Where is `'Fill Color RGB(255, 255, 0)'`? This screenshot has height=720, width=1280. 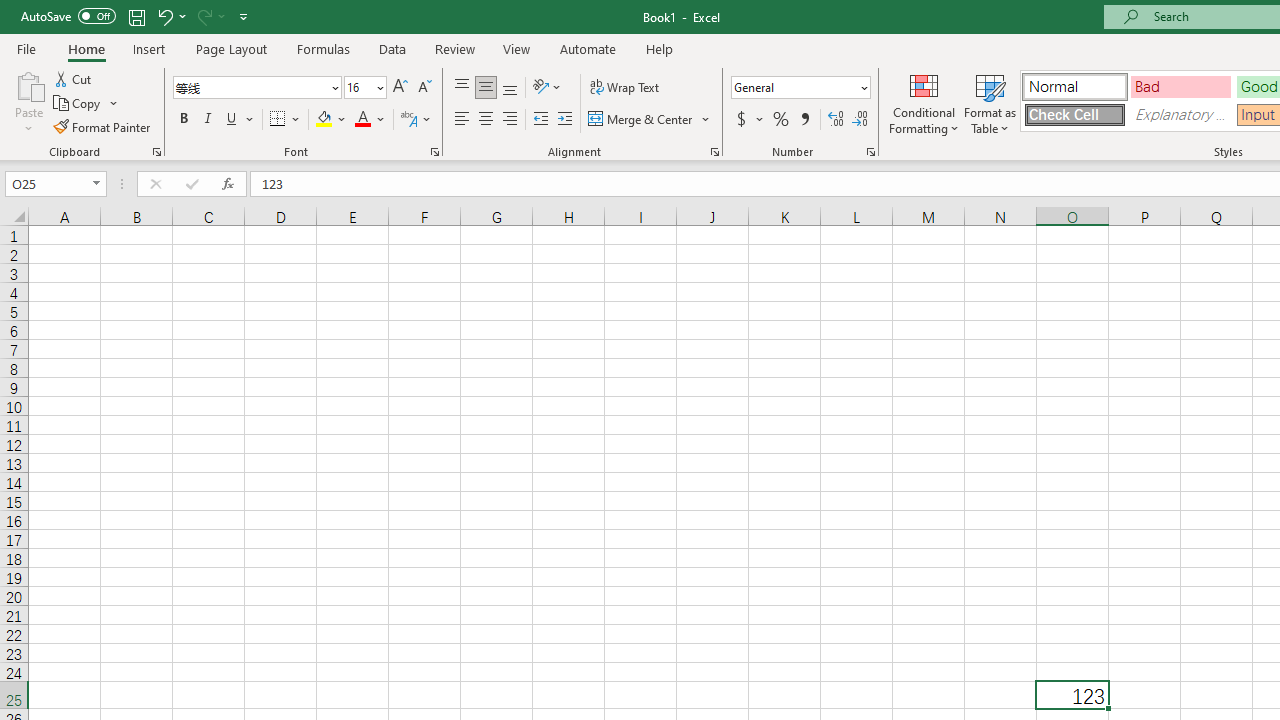
'Fill Color RGB(255, 255, 0)' is located at coordinates (324, 119).